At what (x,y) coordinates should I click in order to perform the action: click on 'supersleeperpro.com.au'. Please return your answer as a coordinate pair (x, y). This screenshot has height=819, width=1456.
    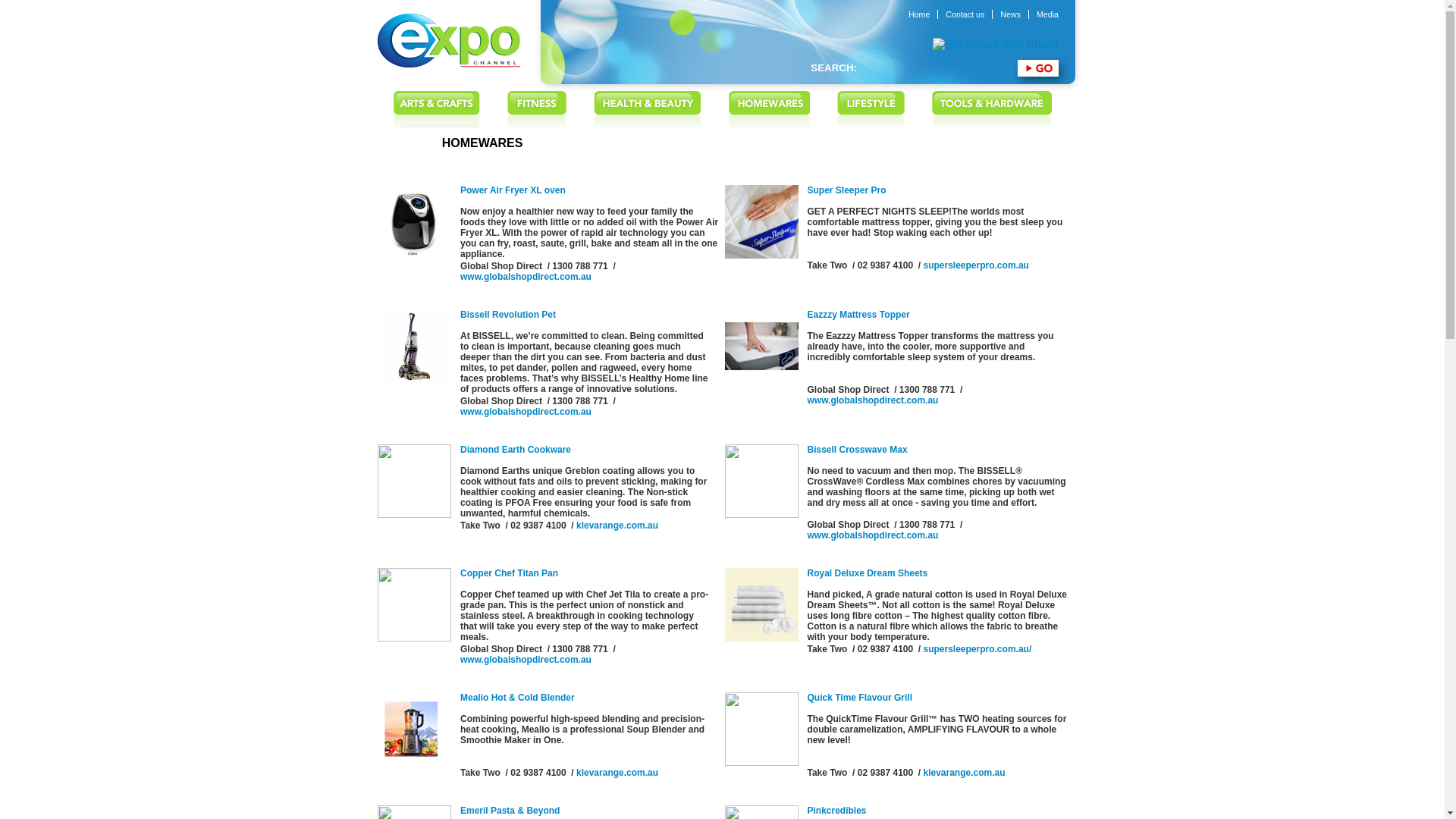
    Looking at the image, I should click on (976, 265).